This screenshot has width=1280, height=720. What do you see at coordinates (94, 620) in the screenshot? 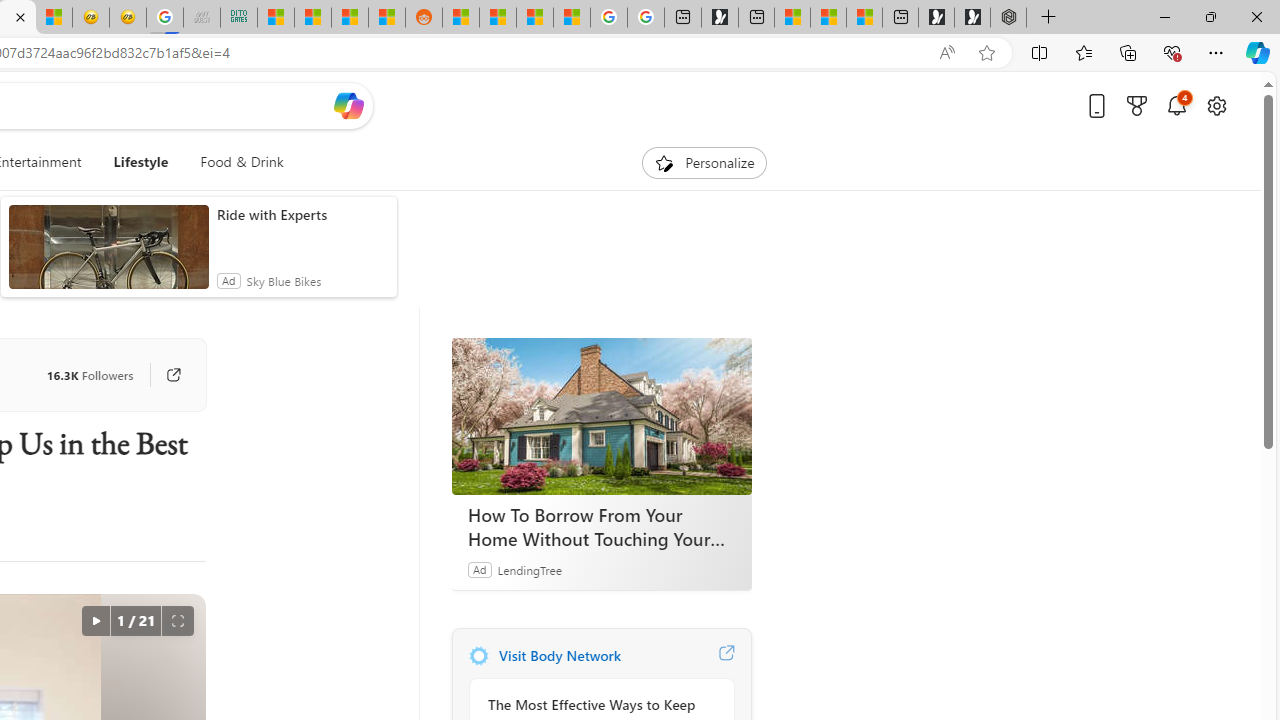
I see `'autorotate button'` at bounding box center [94, 620].